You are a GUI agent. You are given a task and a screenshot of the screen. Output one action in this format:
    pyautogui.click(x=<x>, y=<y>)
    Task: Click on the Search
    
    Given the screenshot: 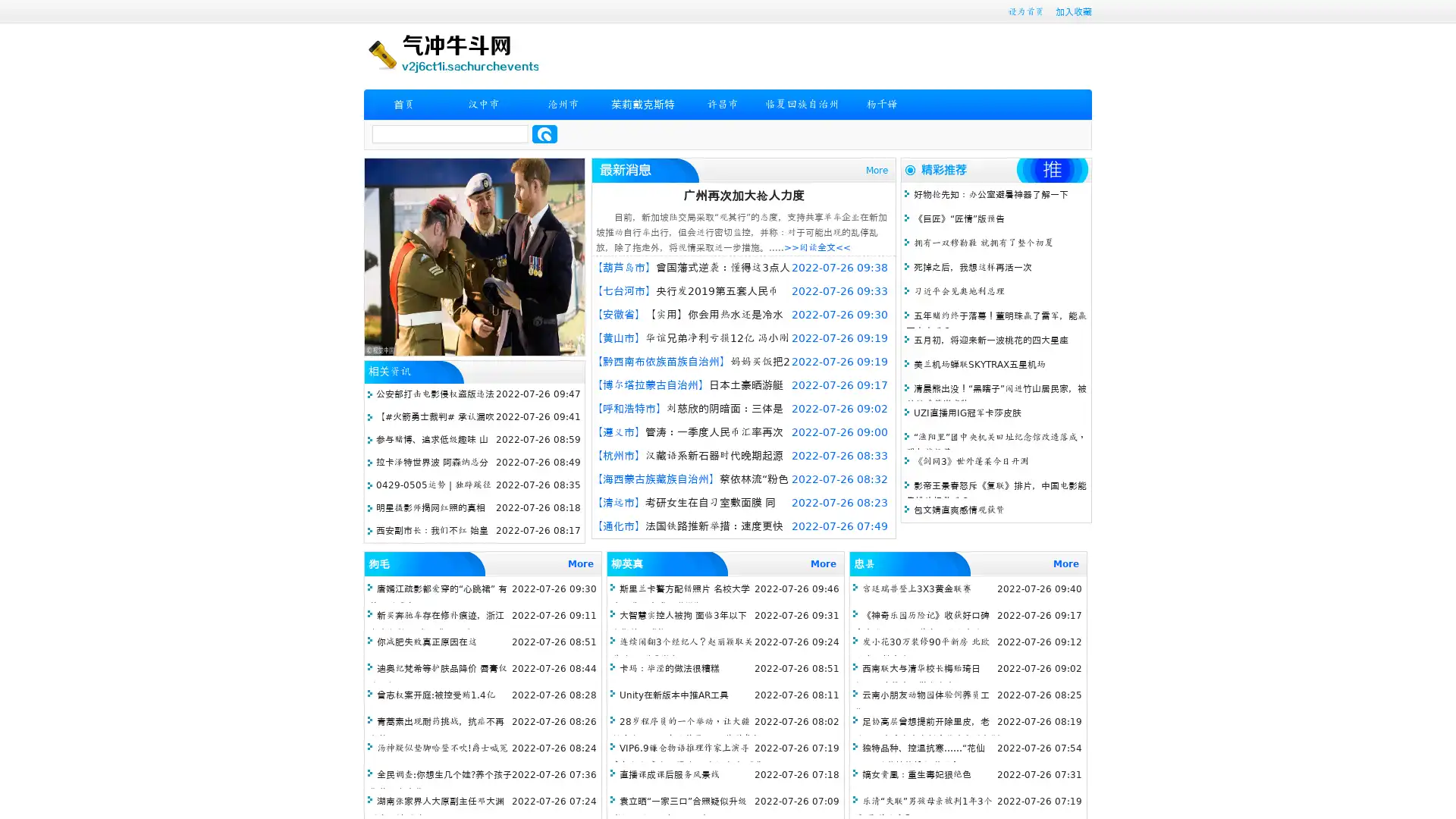 What is the action you would take?
    pyautogui.click(x=544, y=133)
    